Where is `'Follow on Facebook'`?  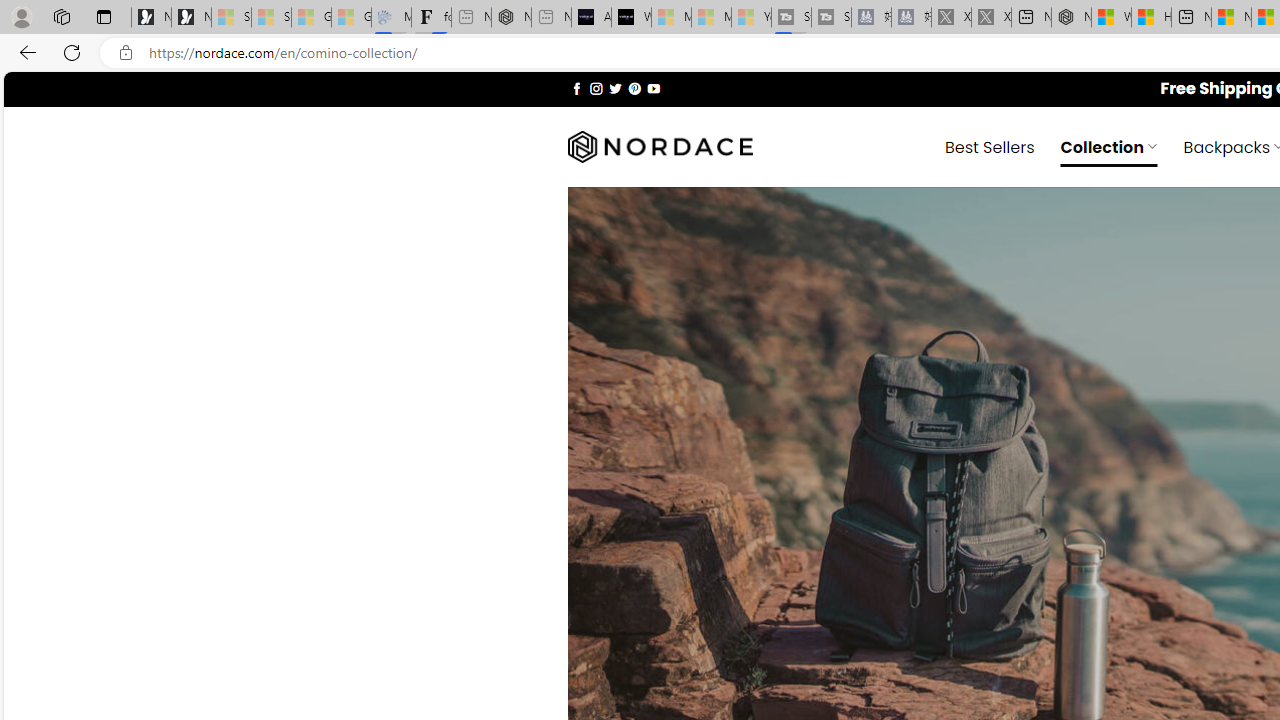 'Follow on Facebook' is located at coordinates (576, 87).